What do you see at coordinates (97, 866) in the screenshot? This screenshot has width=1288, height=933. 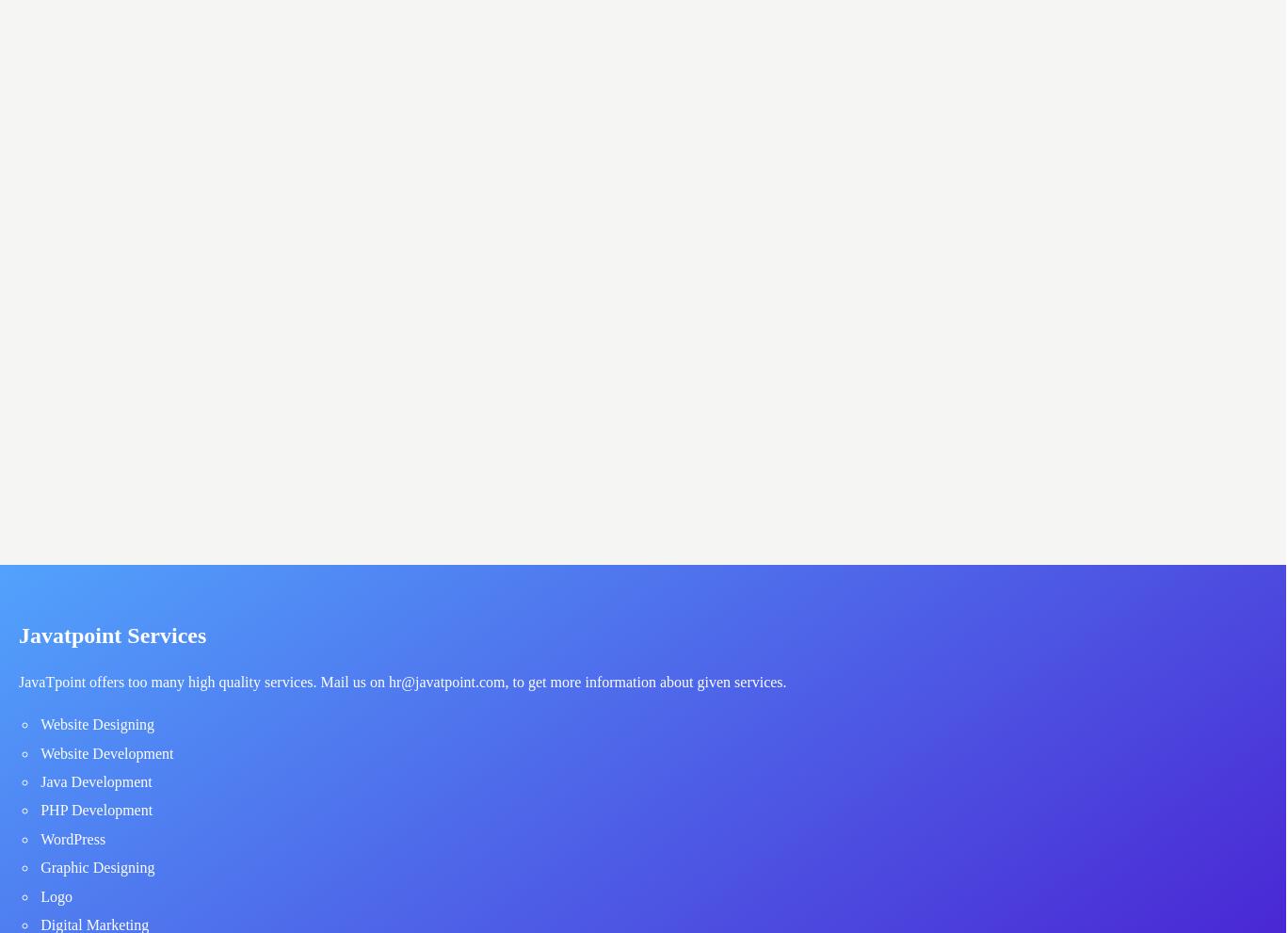 I see `'Graphic Designing'` at bounding box center [97, 866].